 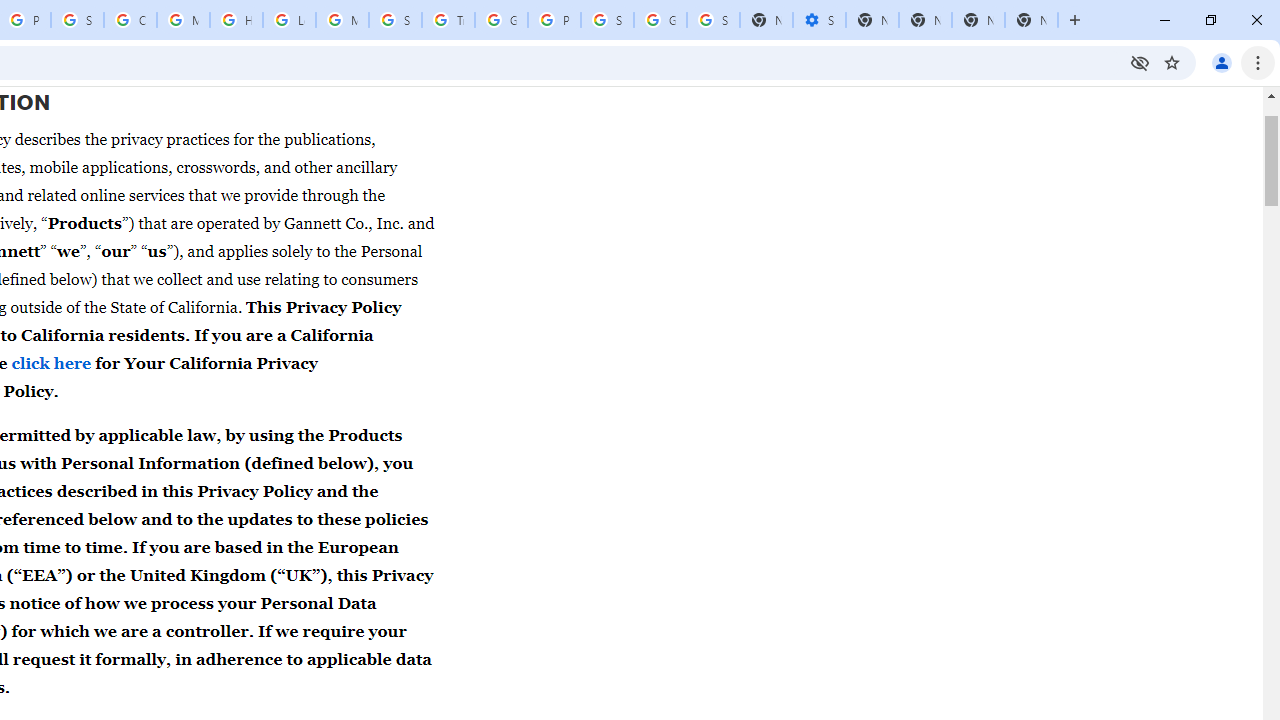 What do you see at coordinates (1171, 61) in the screenshot?
I see `'Bookmark this tab'` at bounding box center [1171, 61].